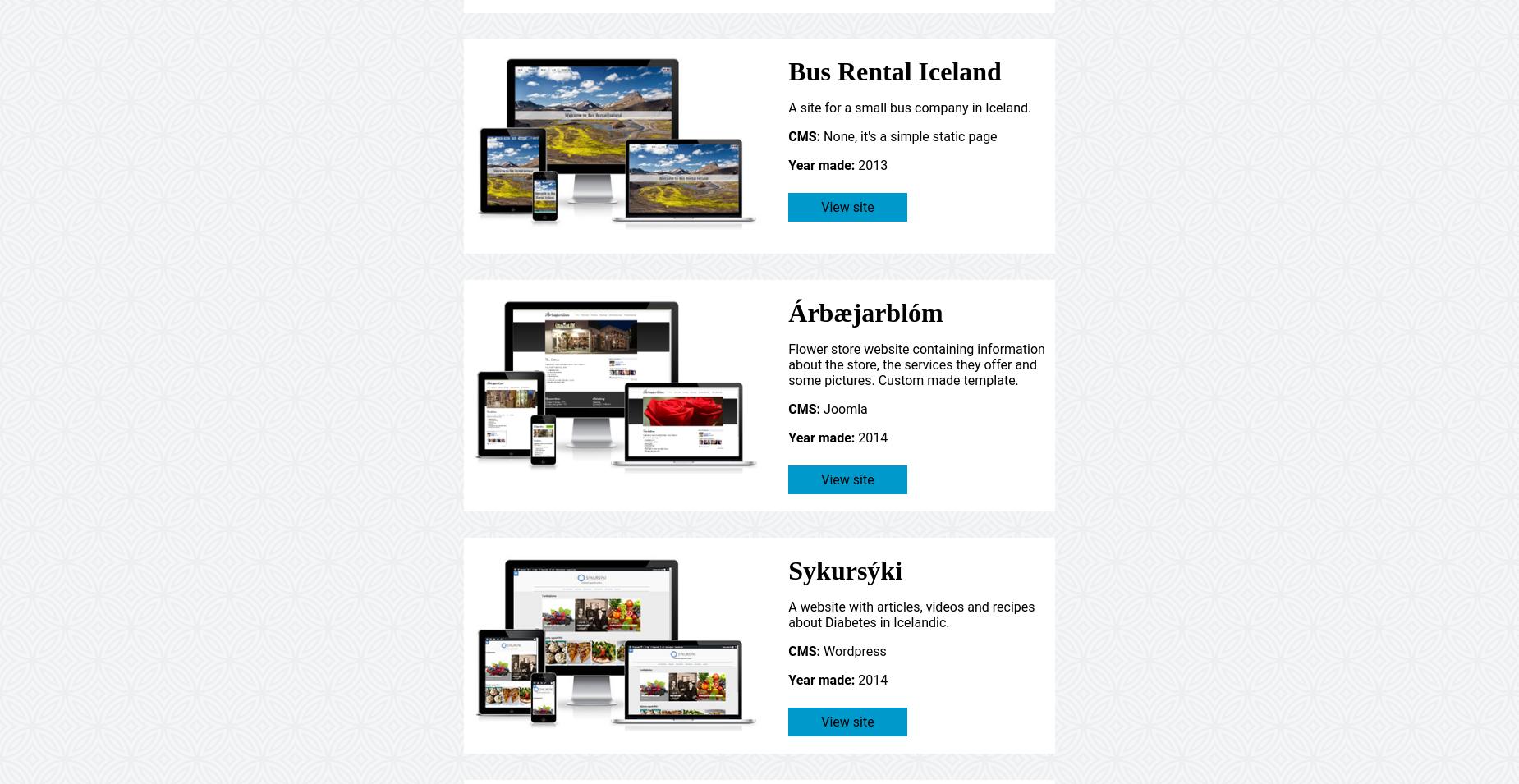 The image size is (1519, 784). What do you see at coordinates (842, 408) in the screenshot?
I see `'Joomla'` at bounding box center [842, 408].